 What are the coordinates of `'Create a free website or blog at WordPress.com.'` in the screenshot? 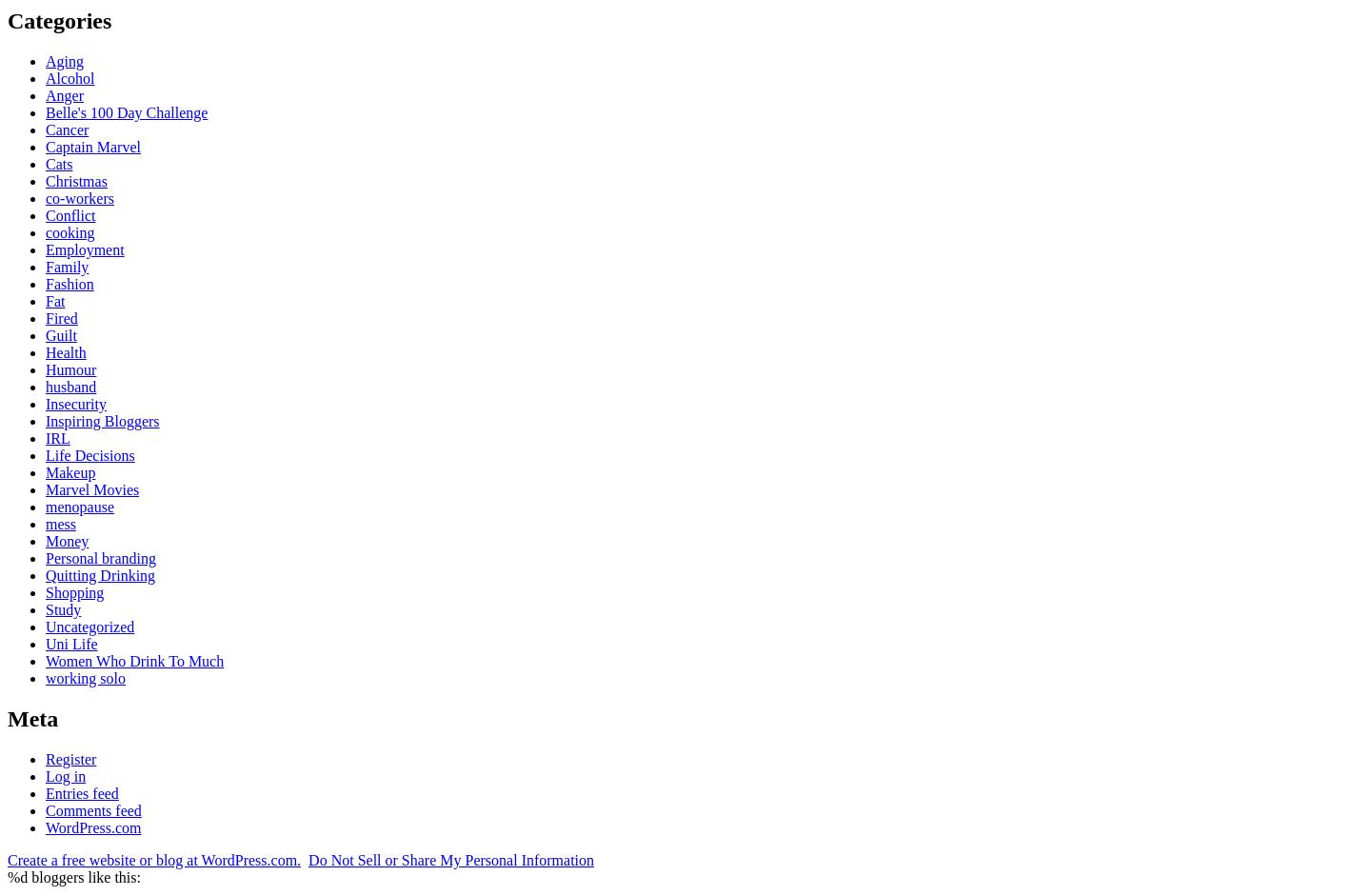 It's located at (7, 858).